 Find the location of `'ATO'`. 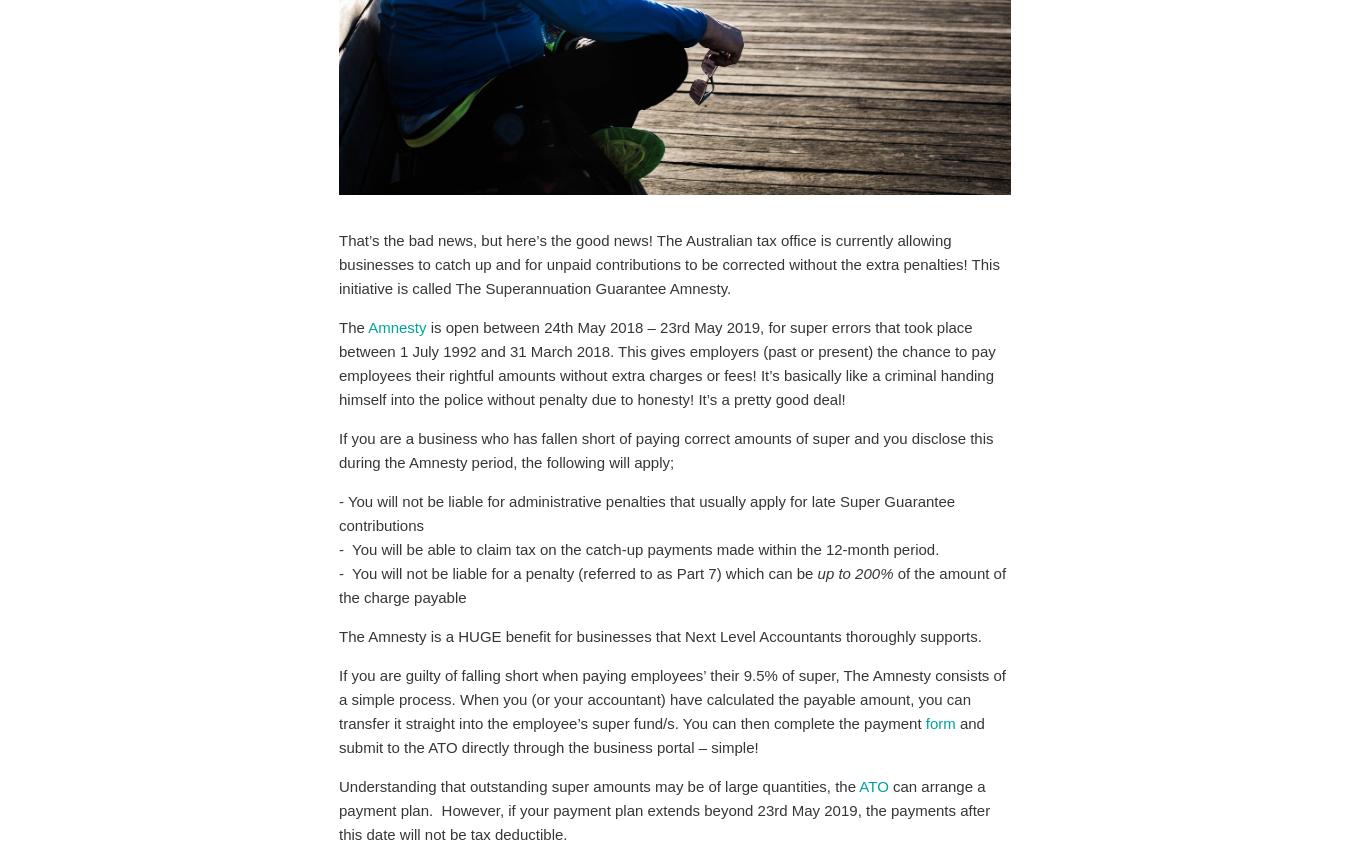

'ATO' is located at coordinates (873, 786).